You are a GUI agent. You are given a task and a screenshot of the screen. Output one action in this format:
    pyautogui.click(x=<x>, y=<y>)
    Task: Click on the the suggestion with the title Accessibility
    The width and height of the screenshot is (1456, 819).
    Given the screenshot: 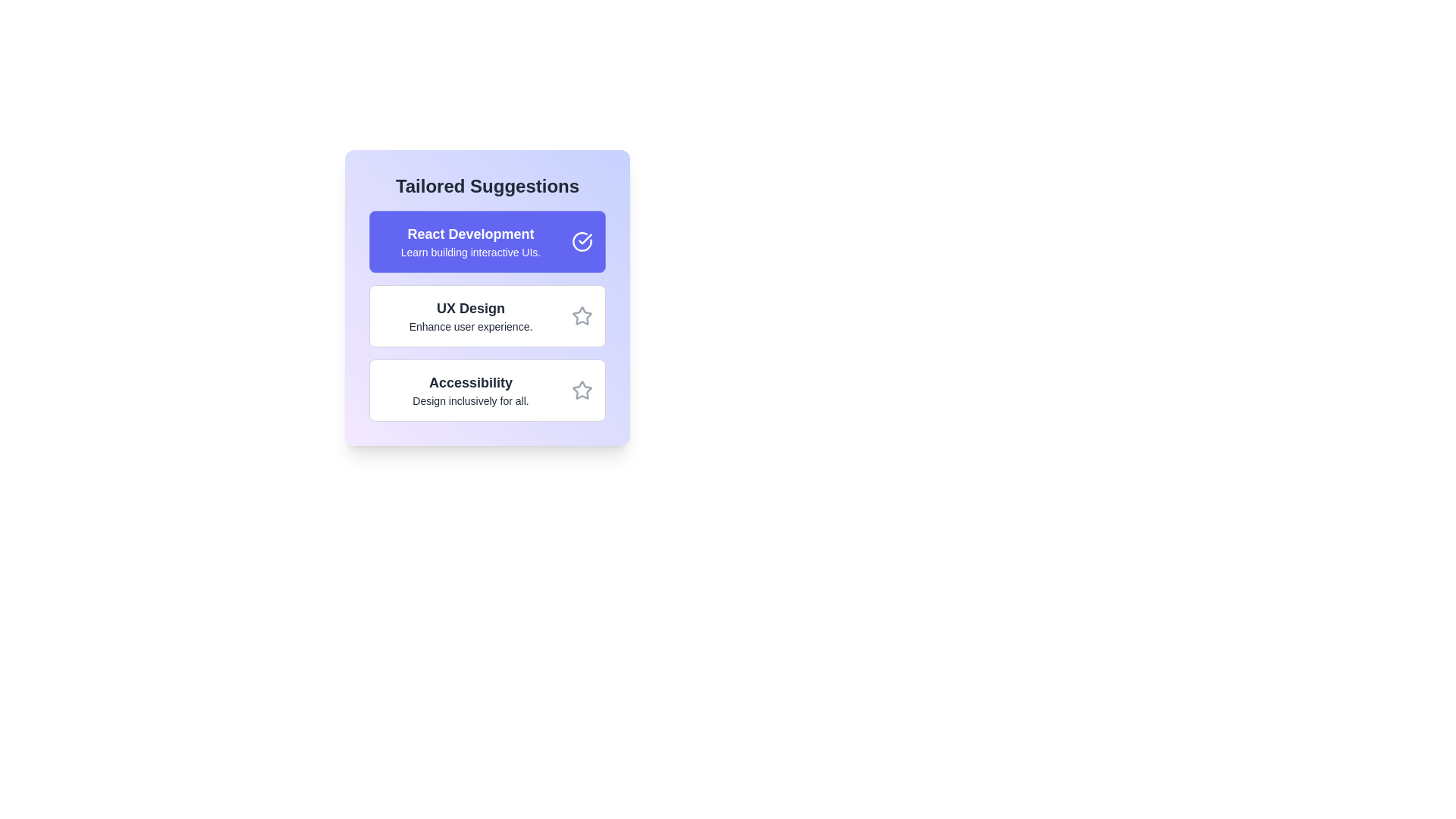 What is the action you would take?
    pyautogui.click(x=488, y=390)
    